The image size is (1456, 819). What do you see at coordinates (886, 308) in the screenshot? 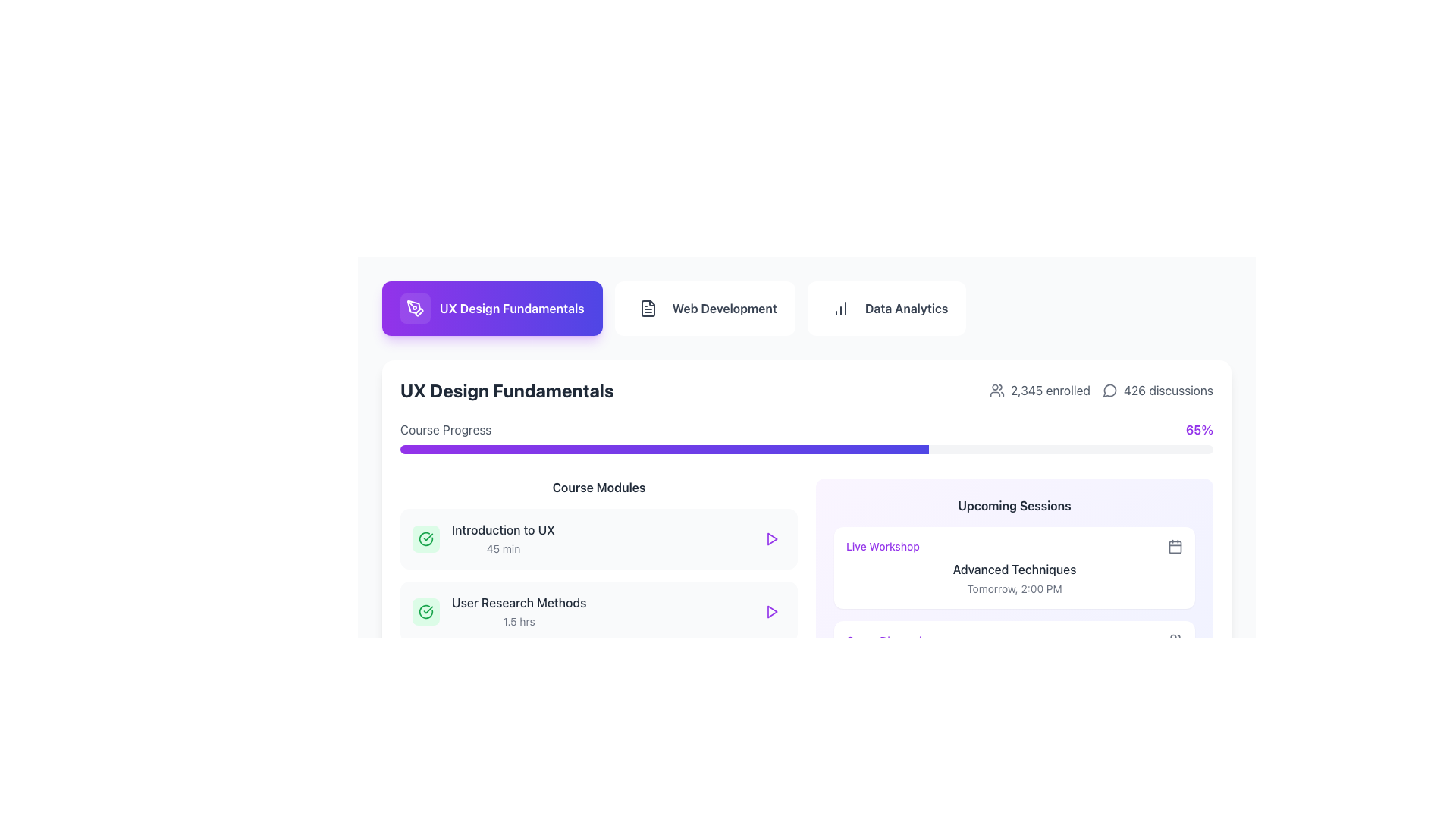
I see `the navigation button that leads to the 'Data Analytics' section, which is the third button in a row at the top center of the interface, located between the 'Web Development' button and empty space` at bounding box center [886, 308].